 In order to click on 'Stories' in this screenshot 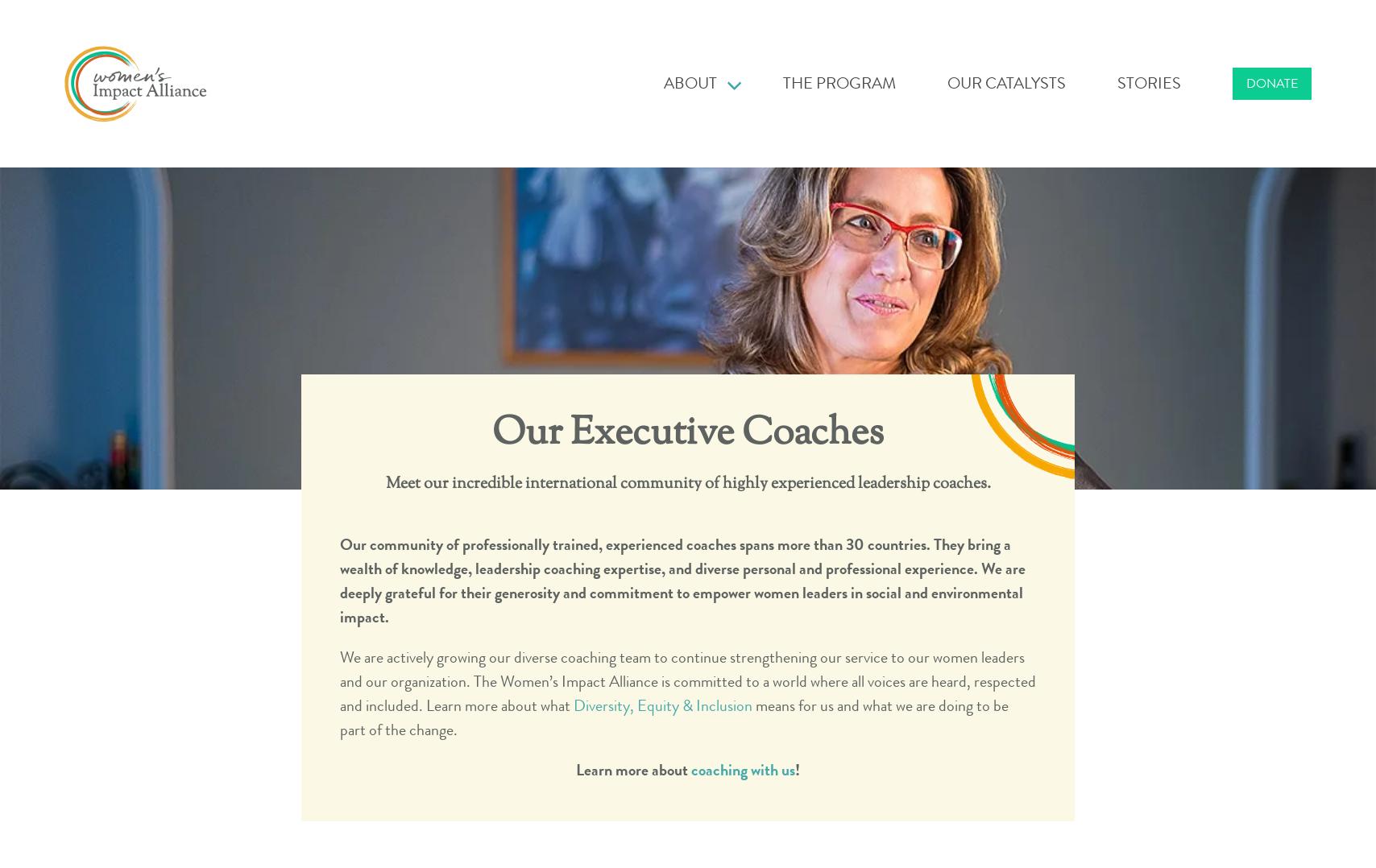, I will do `click(1149, 82)`.